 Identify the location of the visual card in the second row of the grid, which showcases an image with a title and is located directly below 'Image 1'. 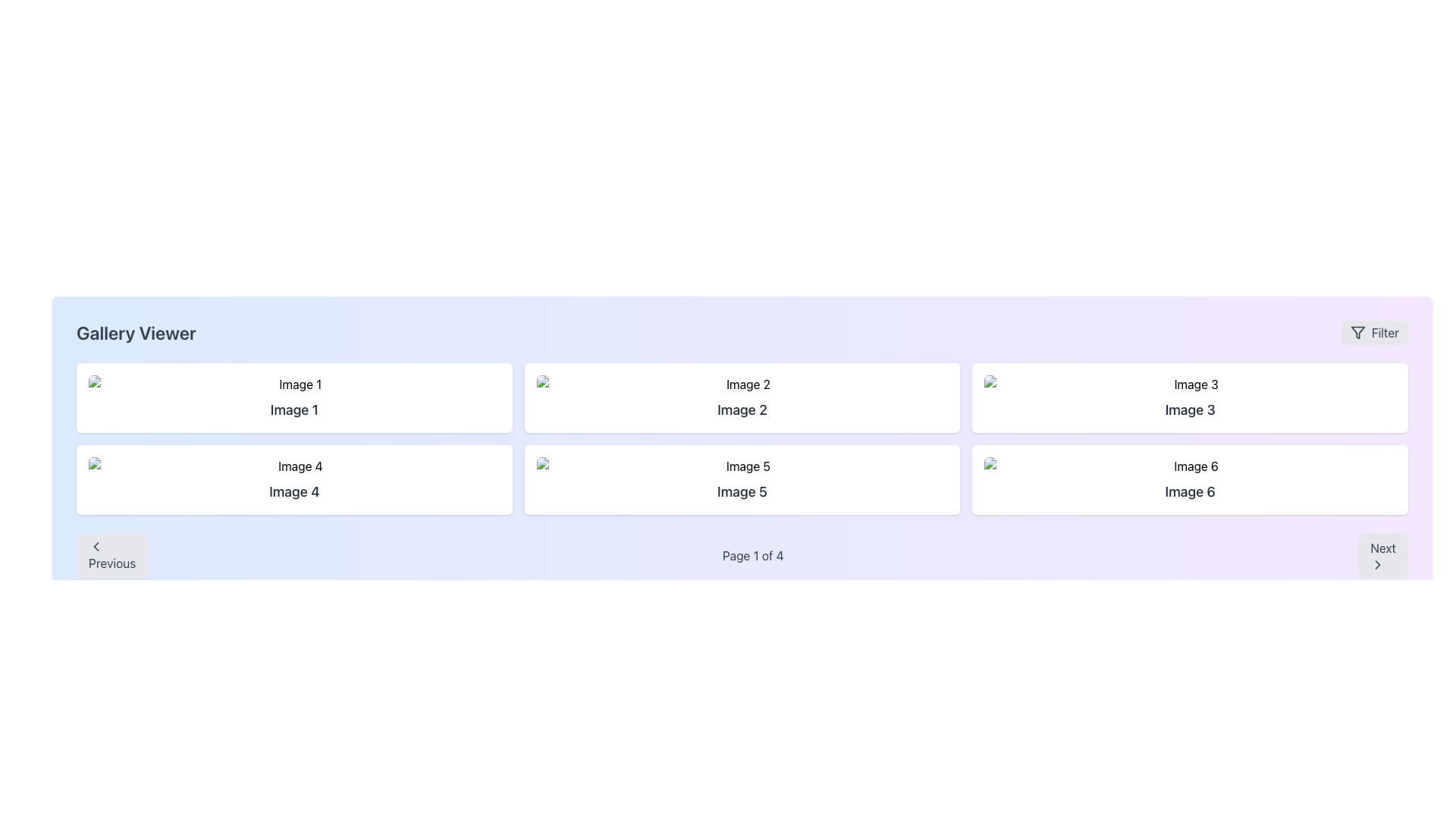
(294, 479).